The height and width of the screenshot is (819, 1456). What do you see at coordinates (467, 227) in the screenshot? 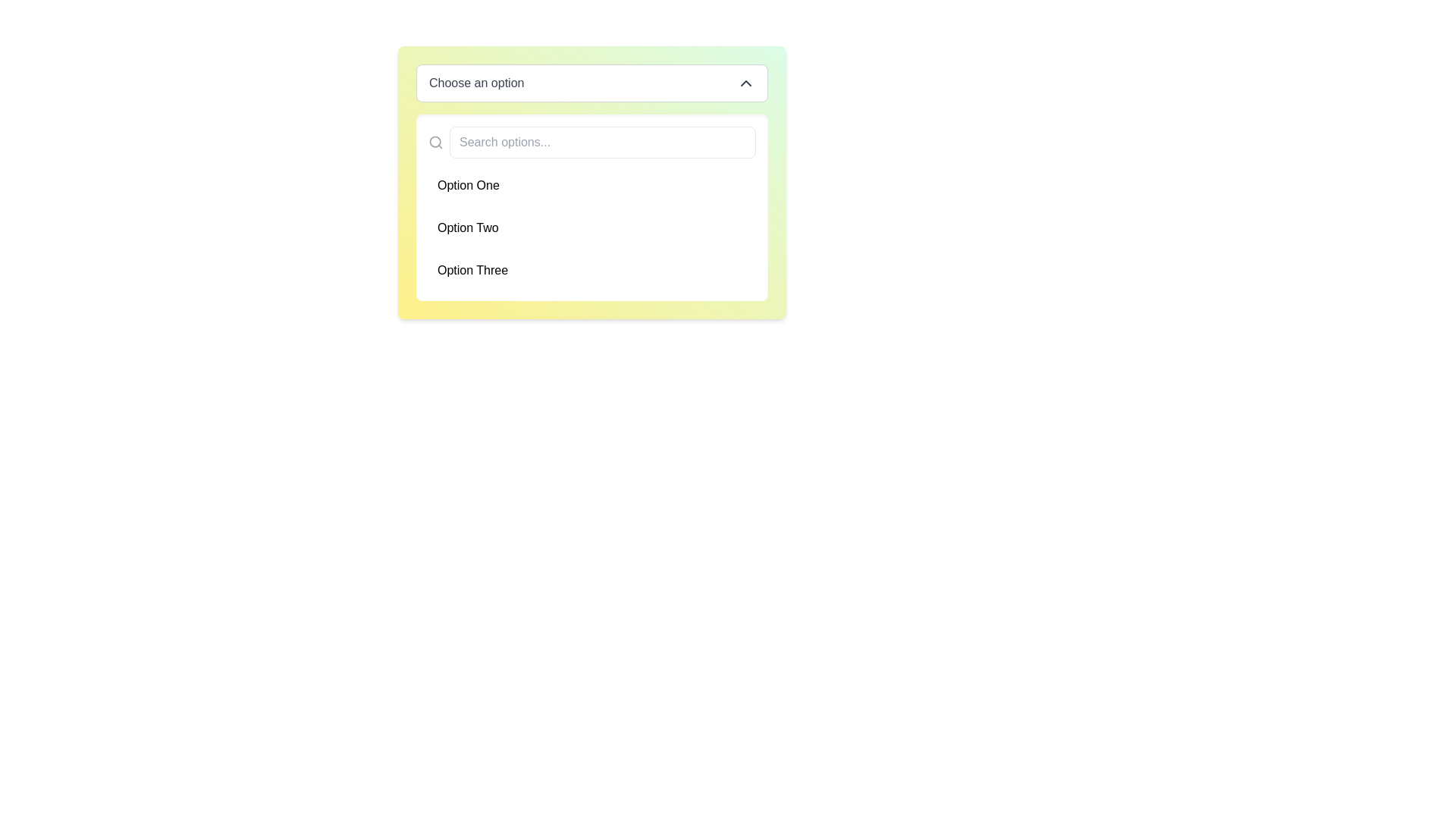
I see `the 'Option Two' text-based clickable option in the dropdown list` at bounding box center [467, 227].